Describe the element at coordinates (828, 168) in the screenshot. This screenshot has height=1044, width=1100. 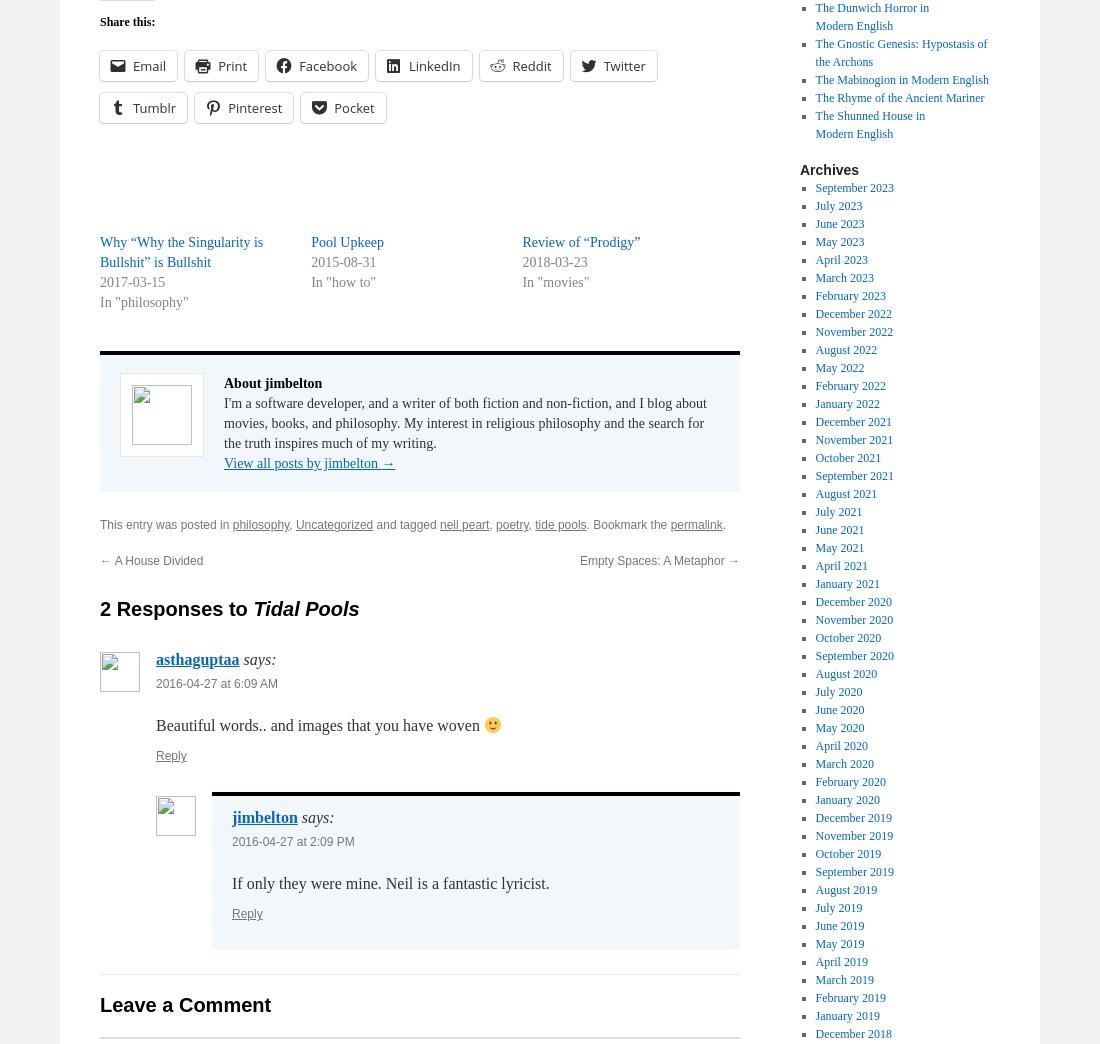
I see `'Archives'` at that location.